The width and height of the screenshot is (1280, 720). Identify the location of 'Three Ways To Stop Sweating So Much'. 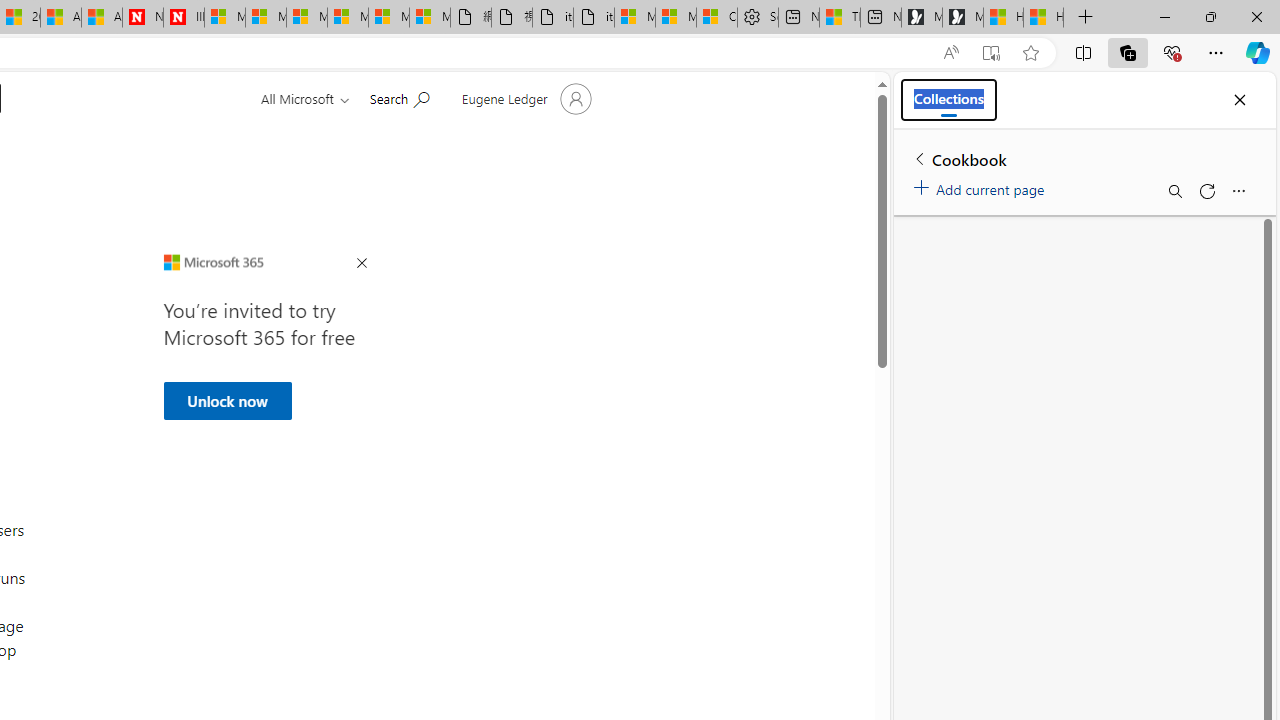
(840, 17).